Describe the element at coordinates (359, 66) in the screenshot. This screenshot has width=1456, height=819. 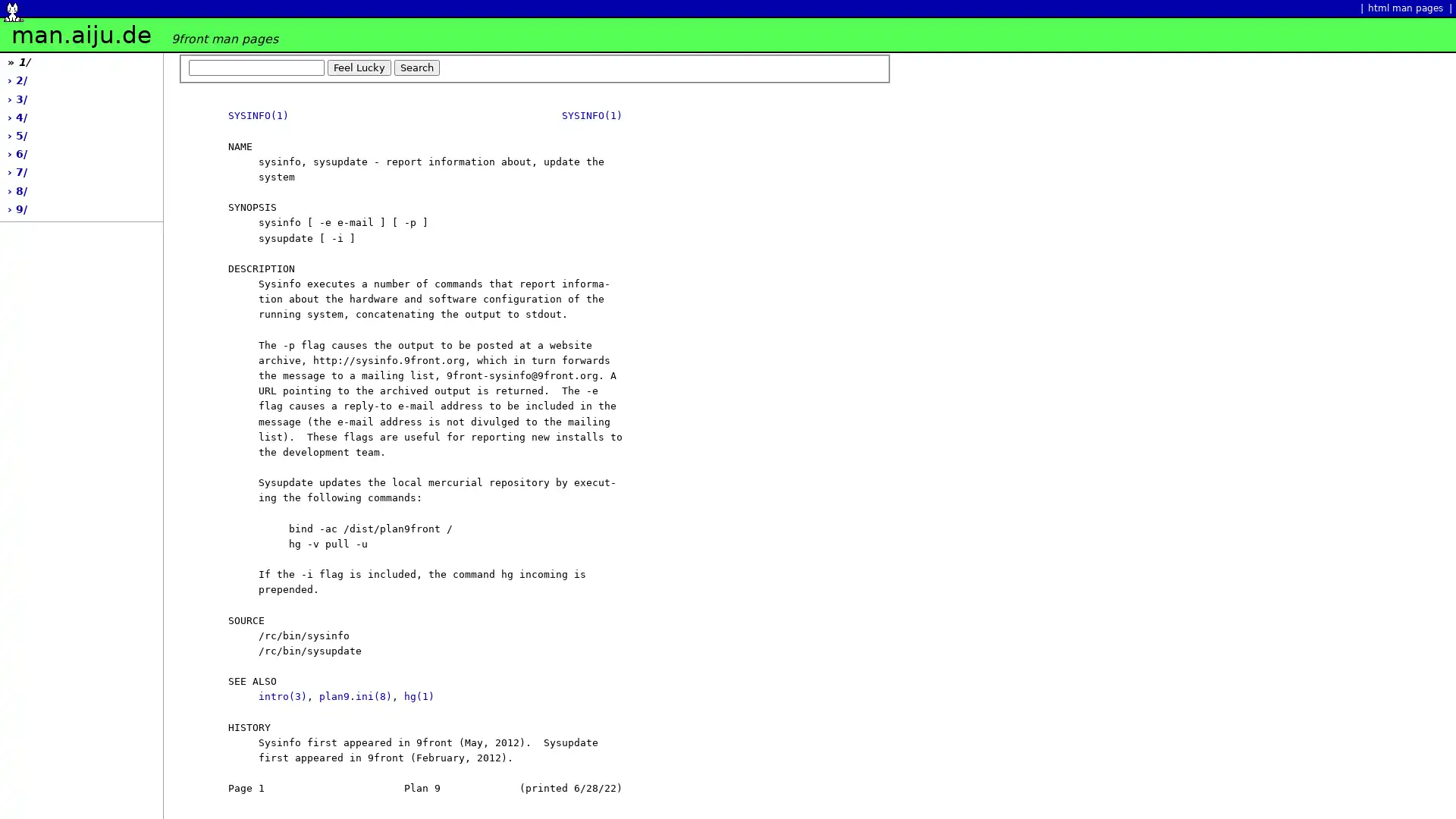
I see `Feel Lucky` at that location.